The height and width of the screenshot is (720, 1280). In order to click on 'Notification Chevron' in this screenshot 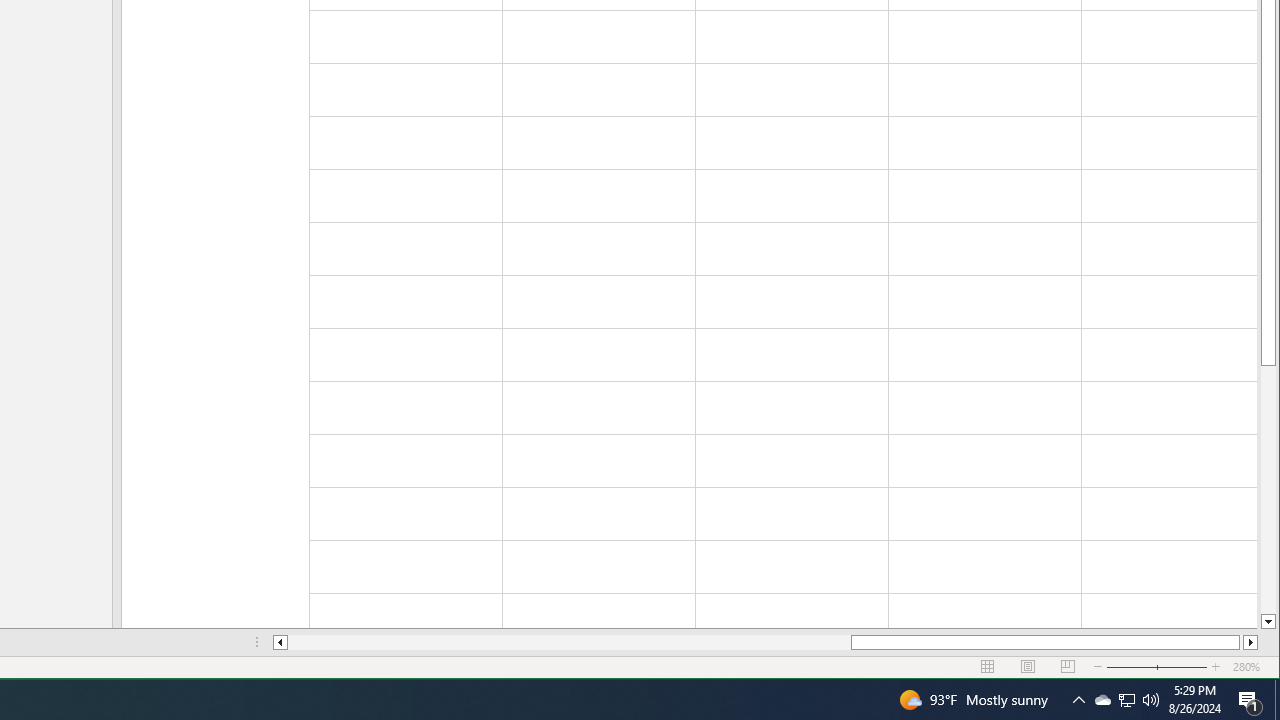, I will do `click(1078, 698)`.